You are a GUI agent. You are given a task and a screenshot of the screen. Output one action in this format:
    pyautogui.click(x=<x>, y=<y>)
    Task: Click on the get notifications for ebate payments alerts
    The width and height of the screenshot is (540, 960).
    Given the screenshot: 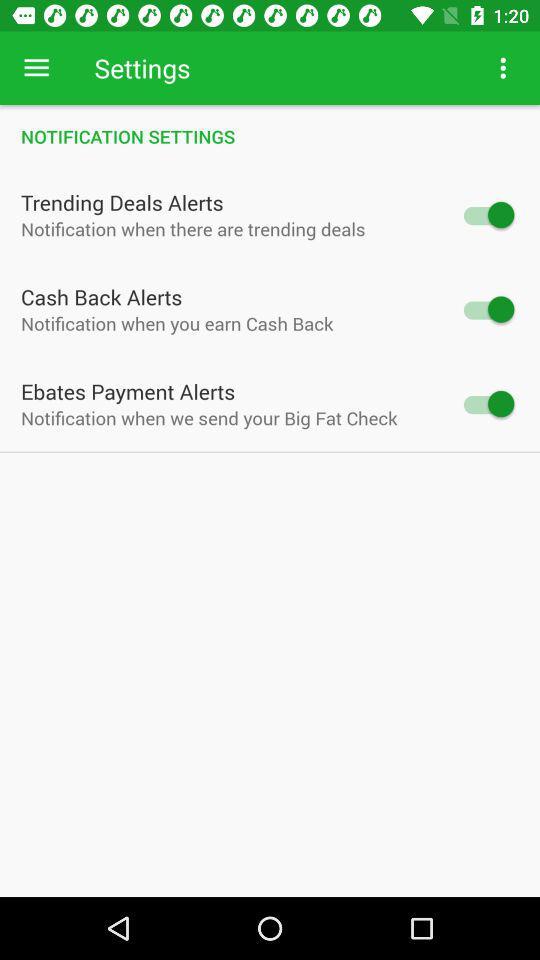 What is the action you would take?
    pyautogui.click(x=486, y=403)
    